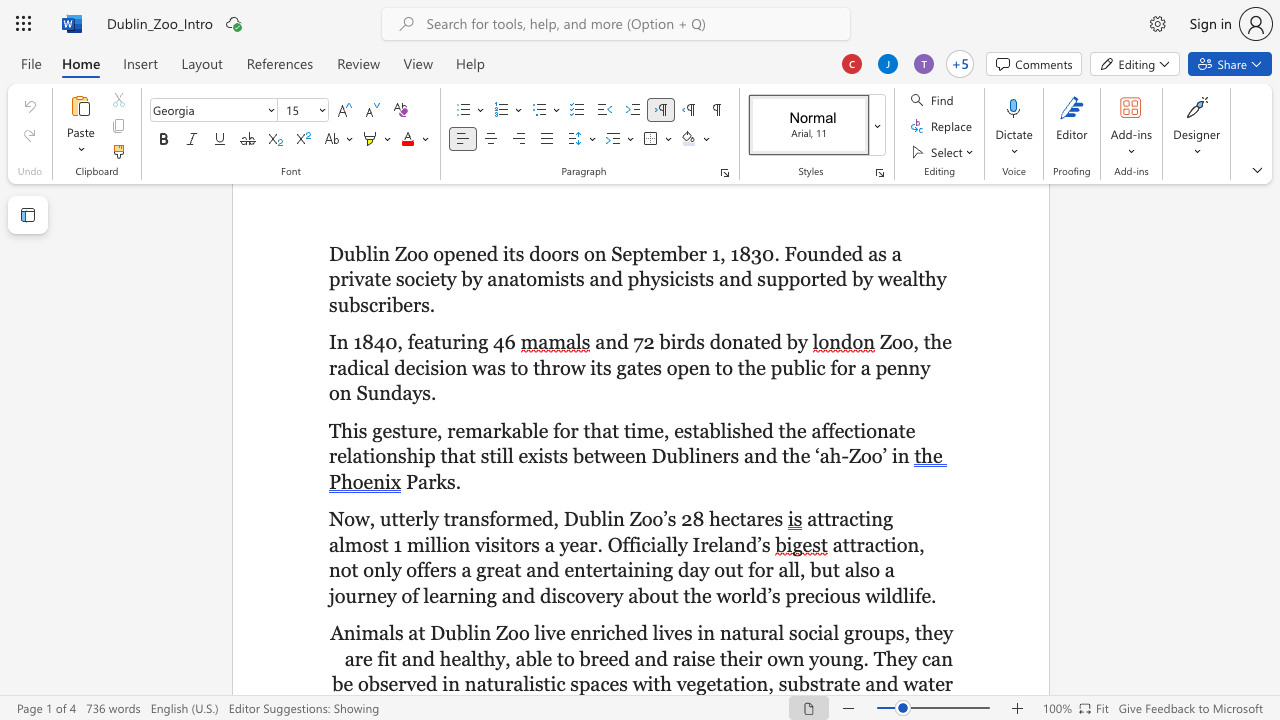 The height and width of the screenshot is (720, 1280). What do you see at coordinates (862, 658) in the screenshot?
I see `the space between the continuous character "g" and "." in the text` at bounding box center [862, 658].